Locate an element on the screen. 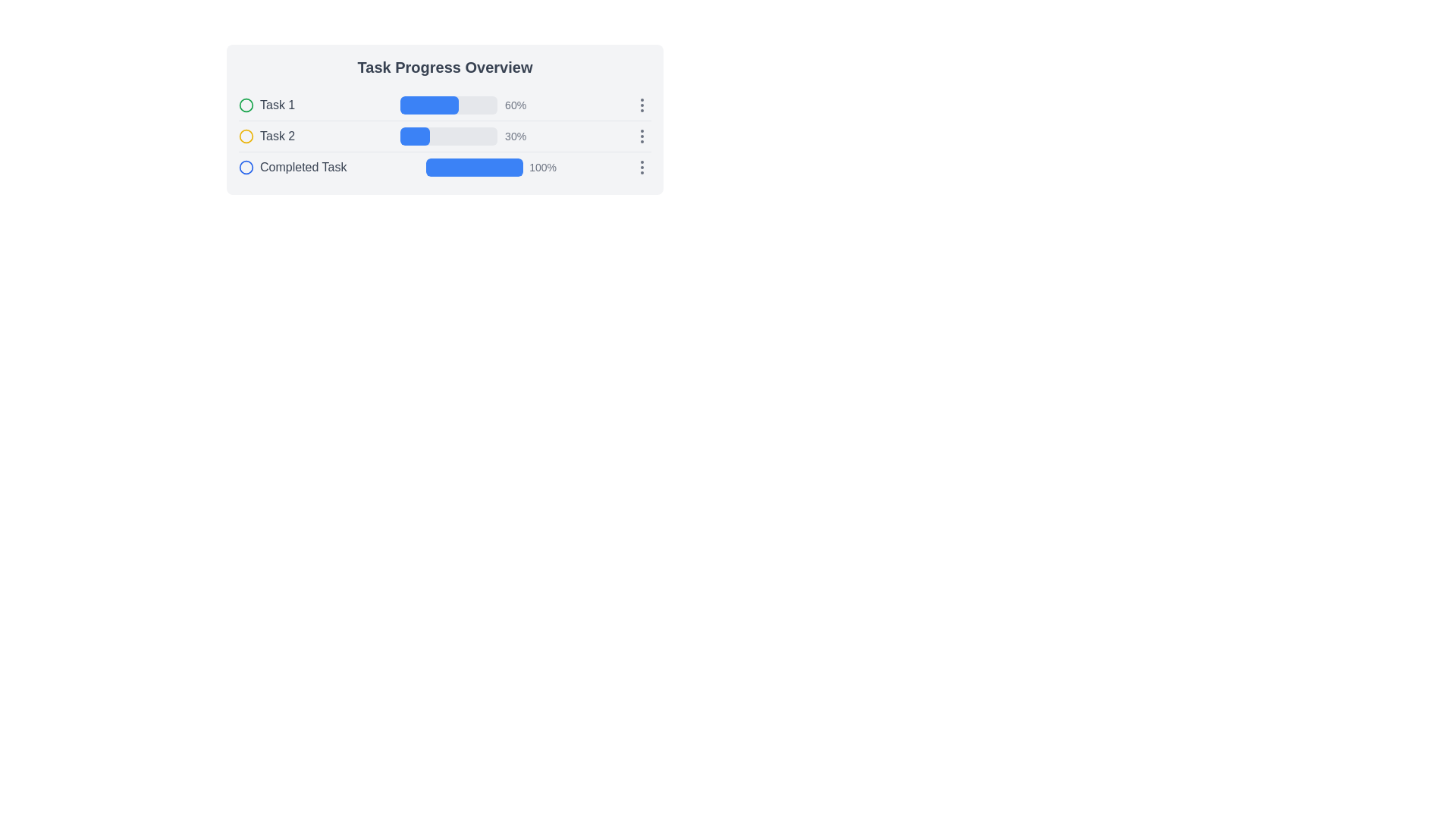 This screenshot has height=819, width=1456. the status text label indicating a completed task in the 'Task Progress Overview' section is located at coordinates (303, 167).